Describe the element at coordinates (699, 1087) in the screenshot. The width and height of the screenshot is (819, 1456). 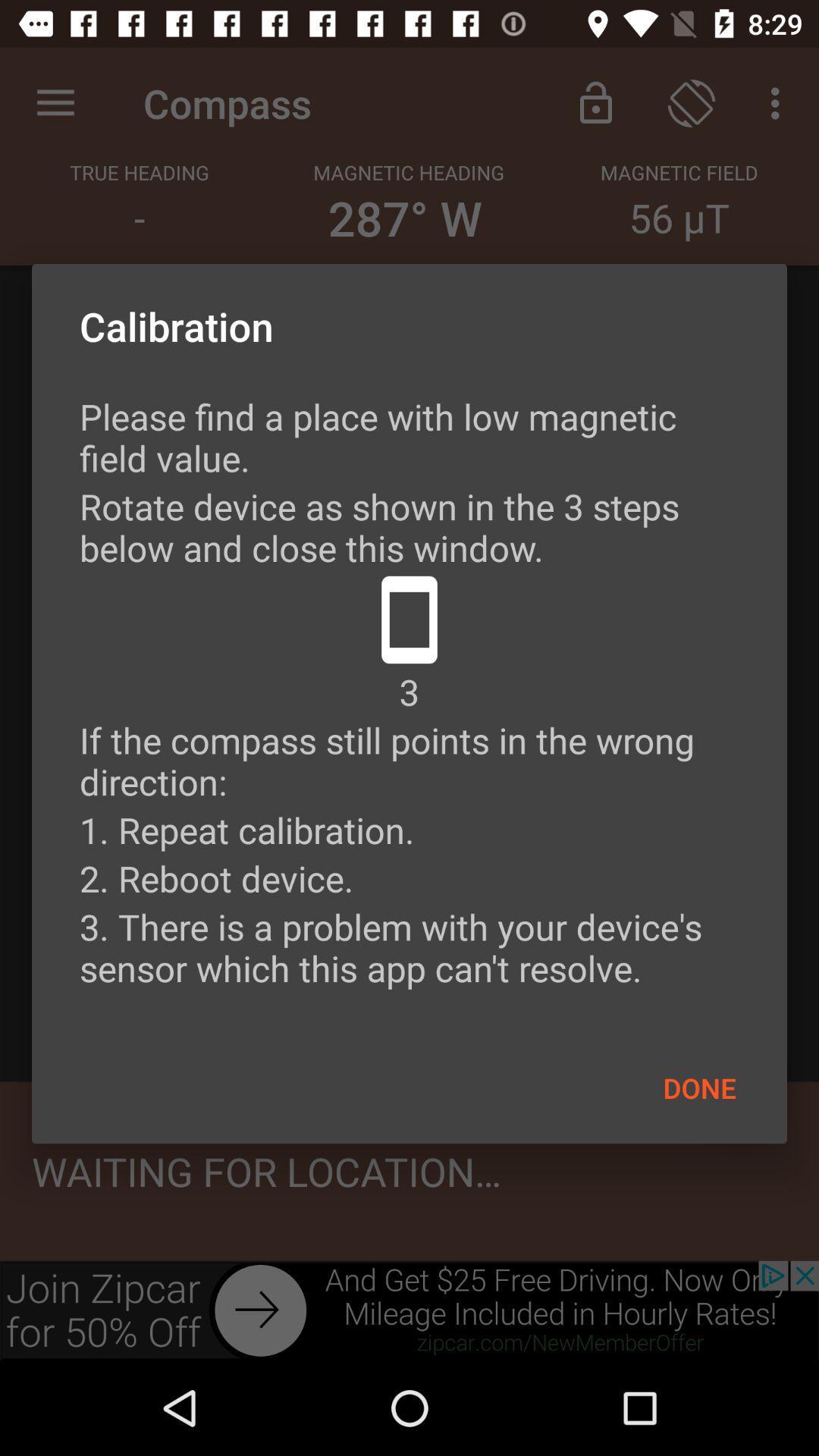
I see `icon below 3 there is item` at that location.